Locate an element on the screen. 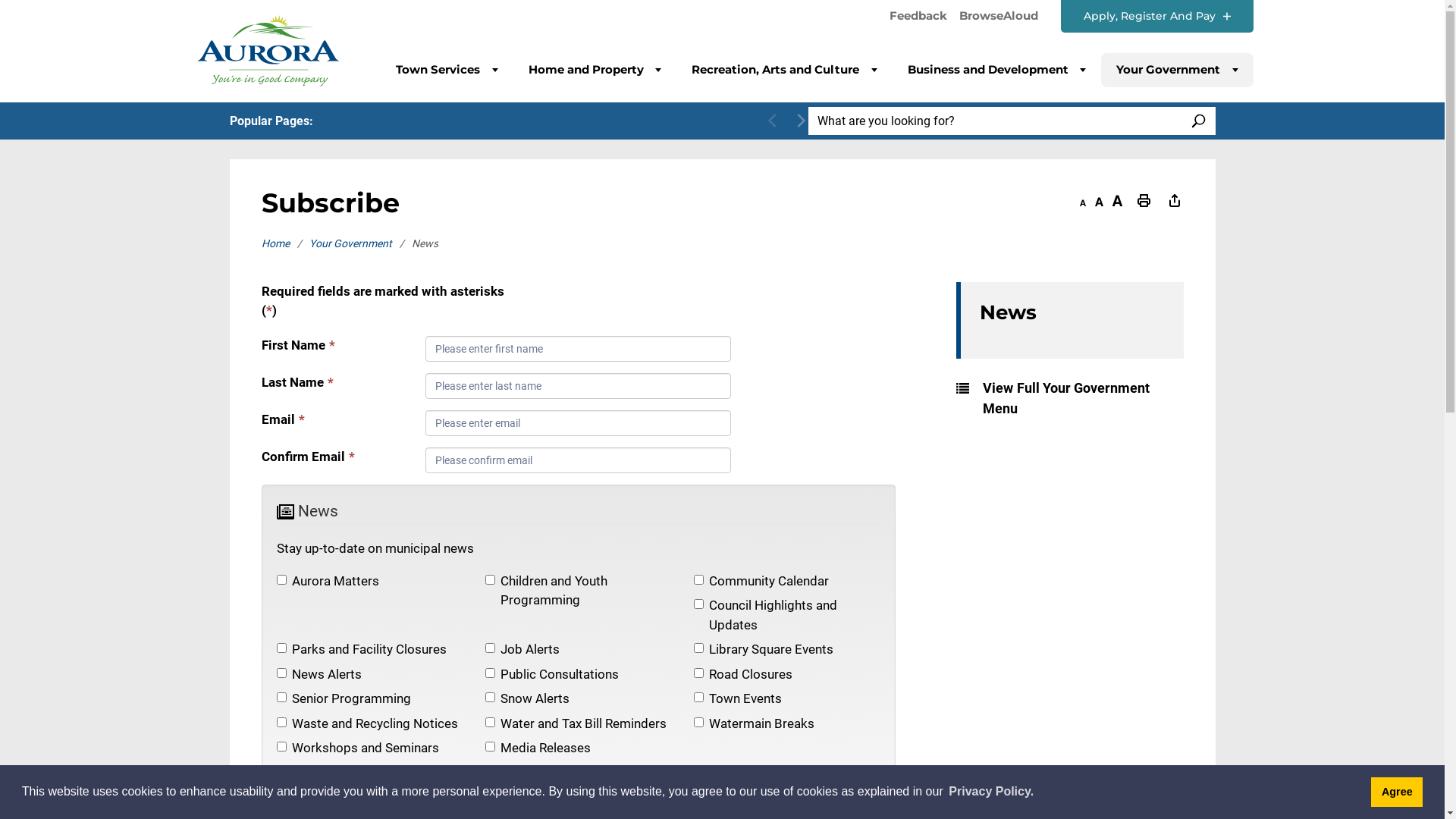 This screenshot has width=1456, height=819. 'Town Services' is located at coordinates (446, 70).